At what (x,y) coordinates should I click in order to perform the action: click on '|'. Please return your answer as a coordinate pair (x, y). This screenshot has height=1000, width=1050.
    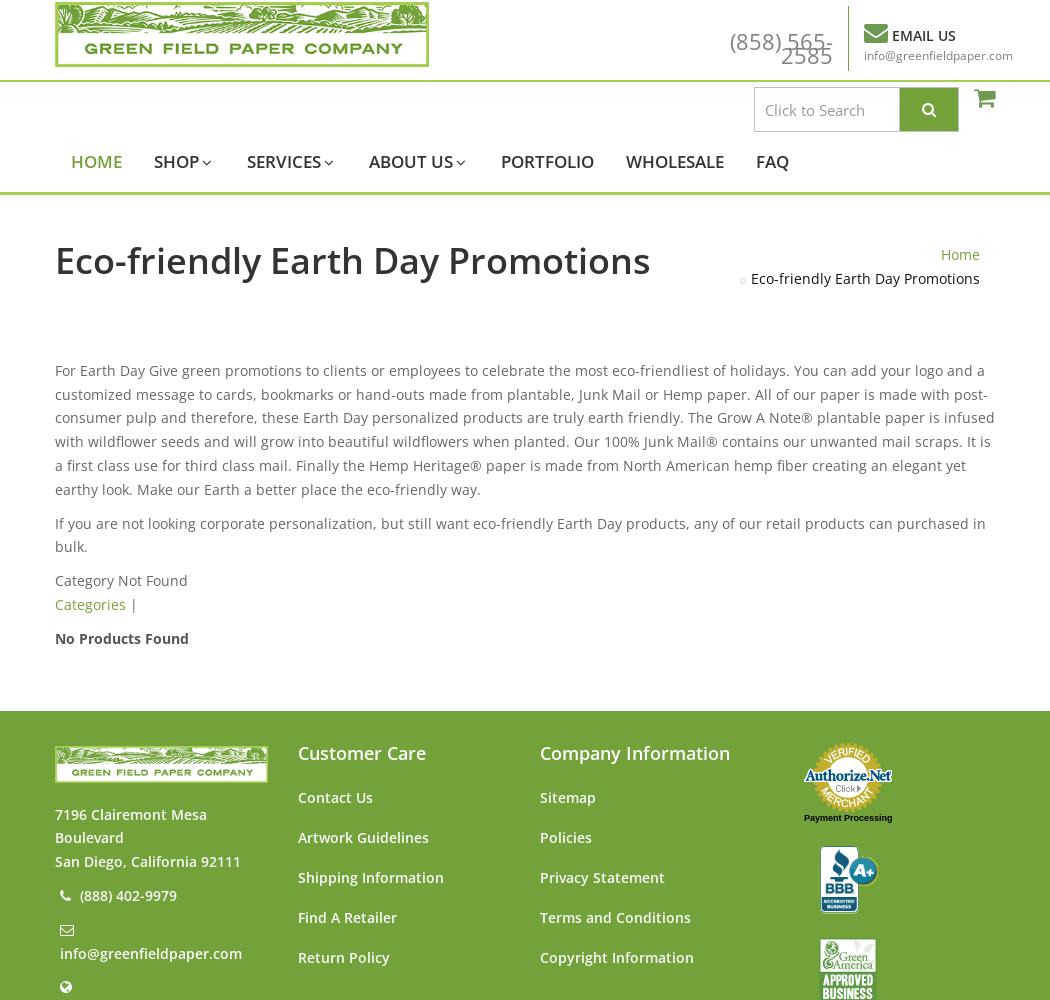
    Looking at the image, I should click on (125, 603).